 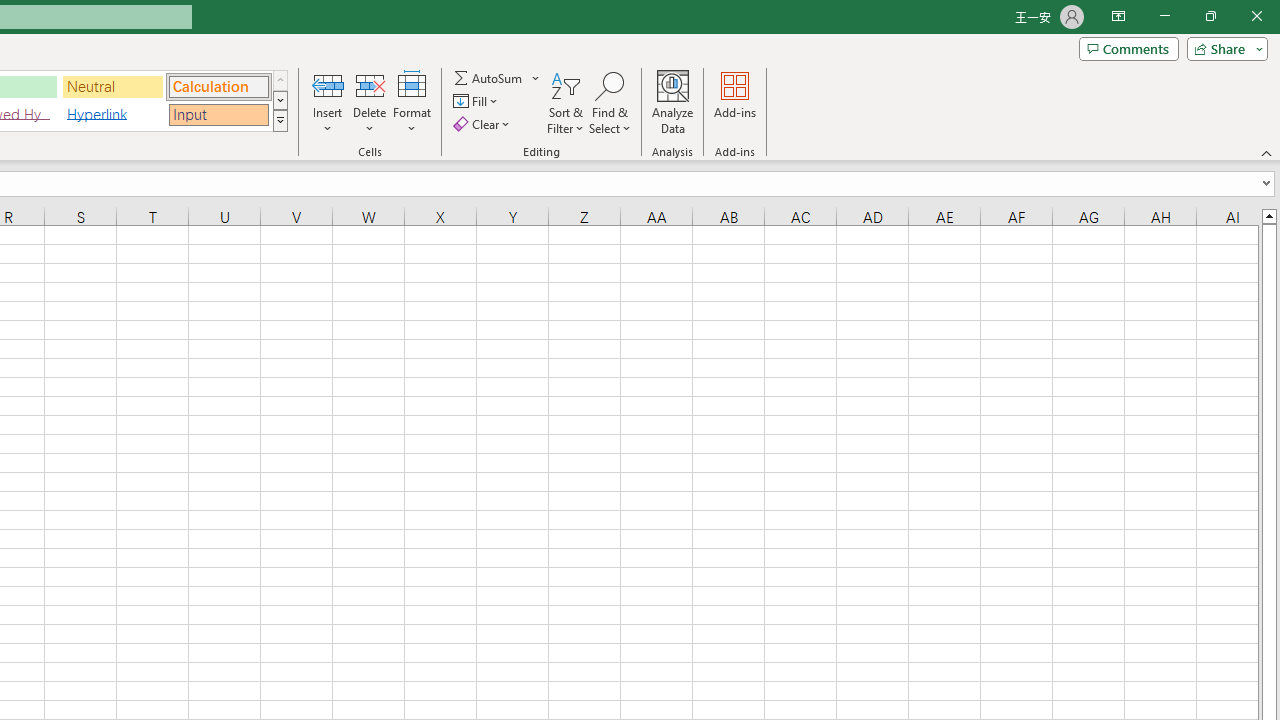 I want to click on 'Sum', so click(x=489, y=77).